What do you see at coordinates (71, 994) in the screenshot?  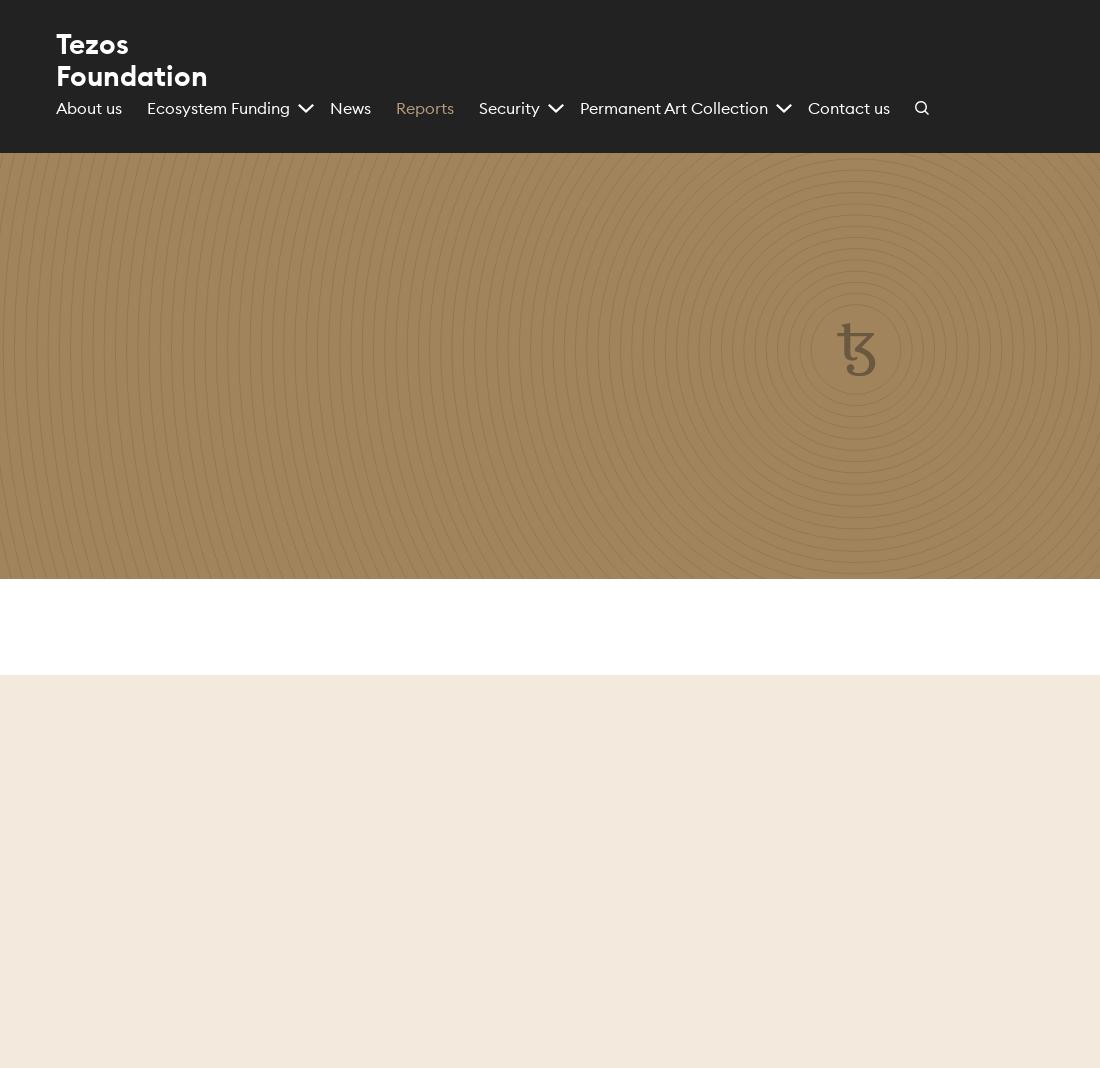 I see `'Accept'` at bounding box center [71, 994].